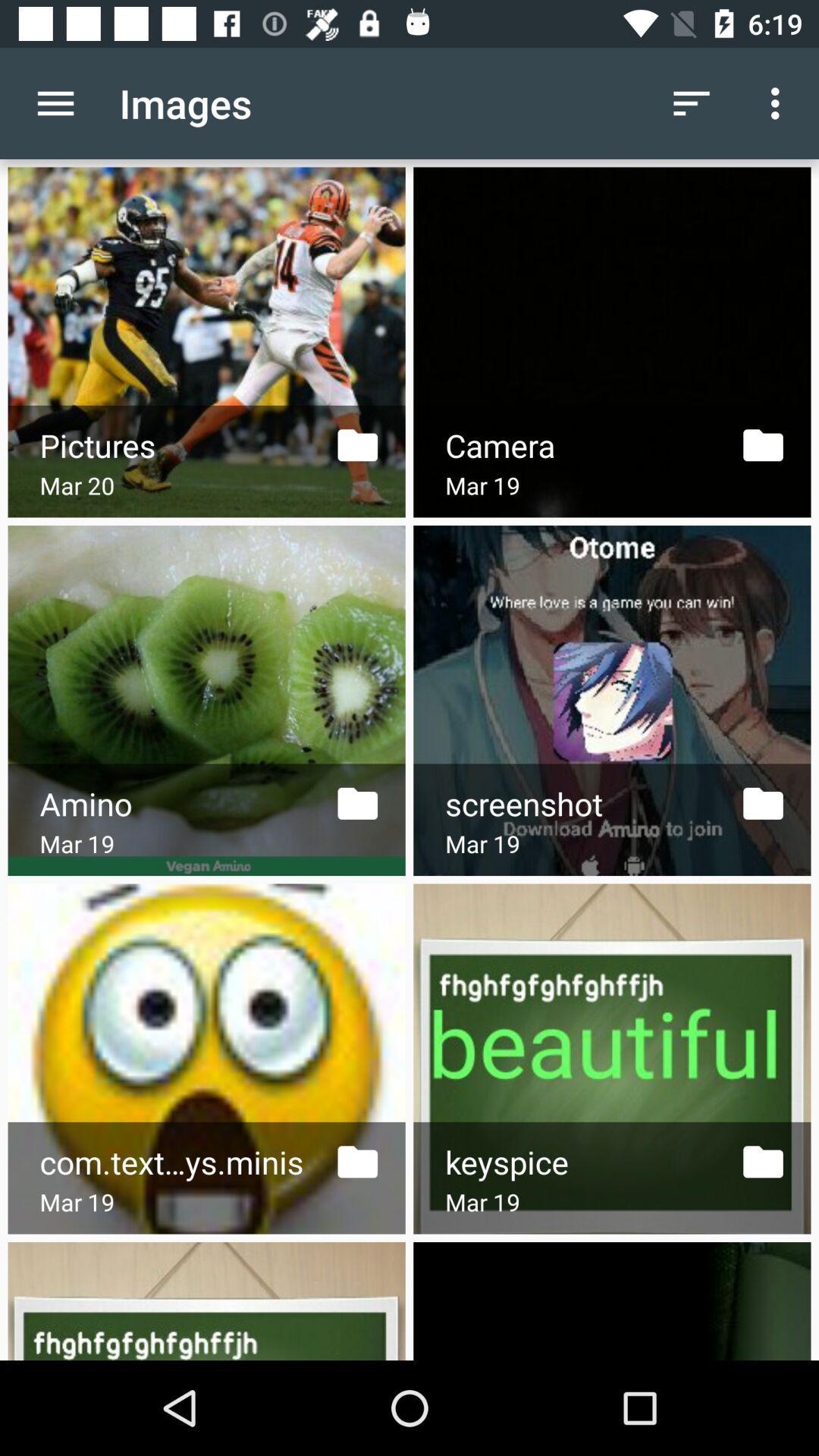  Describe the element at coordinates (691, 102) in the screenshot. I see `the item to the right of the images` at that location.